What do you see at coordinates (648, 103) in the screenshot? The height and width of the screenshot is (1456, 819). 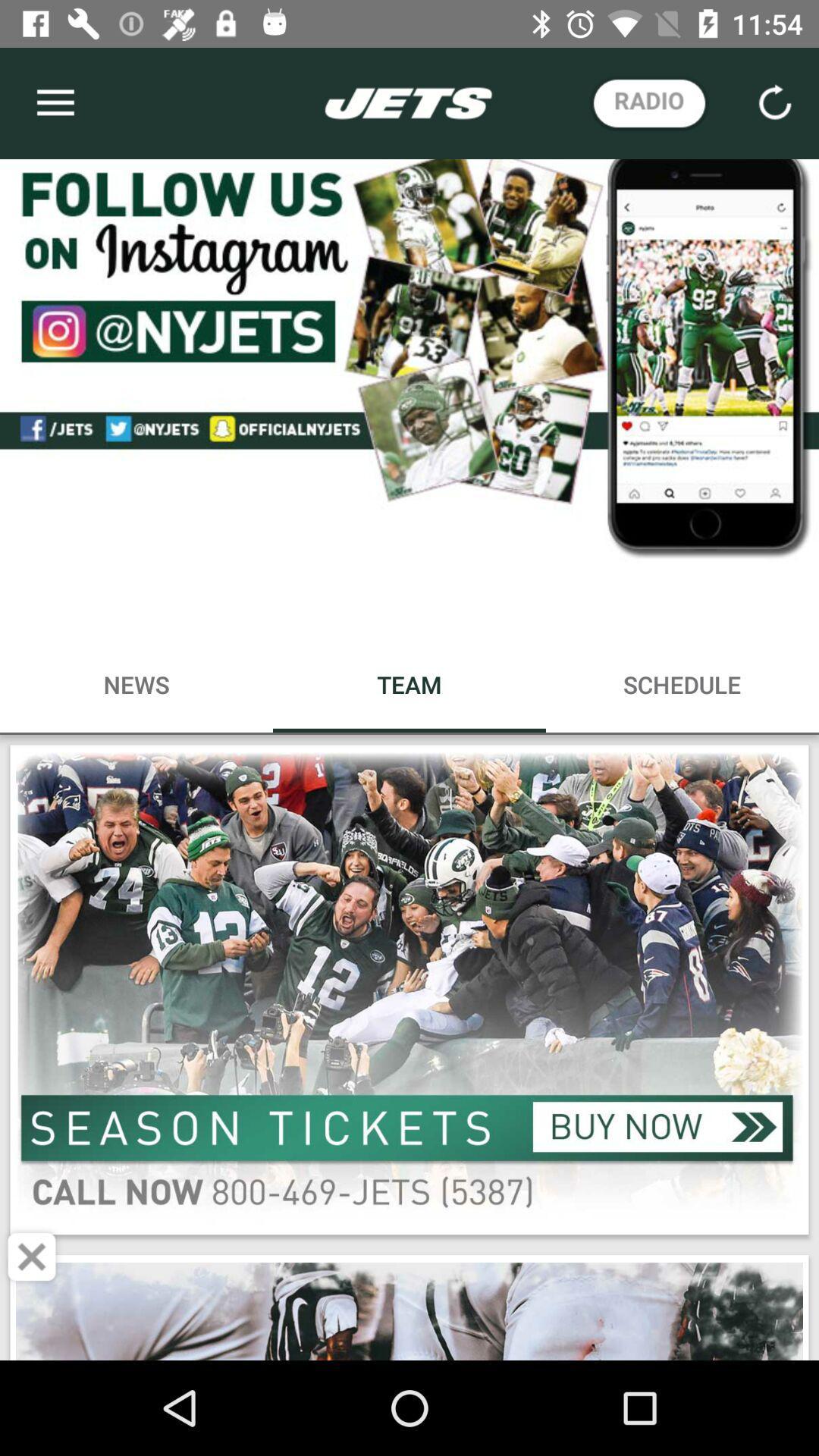 I see `radio button at top right` at bounding box center [648, 103].